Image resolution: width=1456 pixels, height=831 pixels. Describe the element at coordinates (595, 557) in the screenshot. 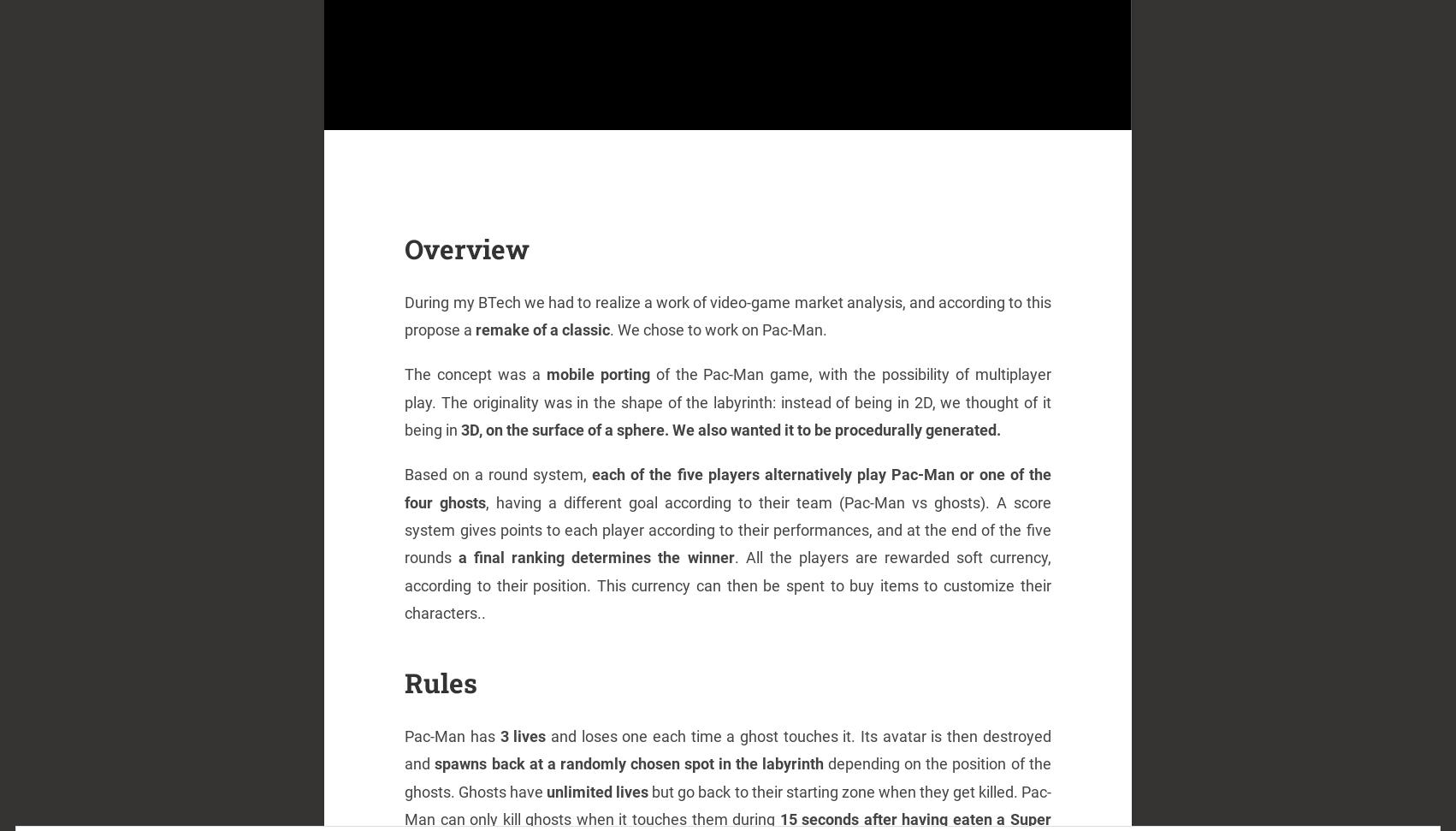

I see `'a final ranking determines the winner'` at that location.